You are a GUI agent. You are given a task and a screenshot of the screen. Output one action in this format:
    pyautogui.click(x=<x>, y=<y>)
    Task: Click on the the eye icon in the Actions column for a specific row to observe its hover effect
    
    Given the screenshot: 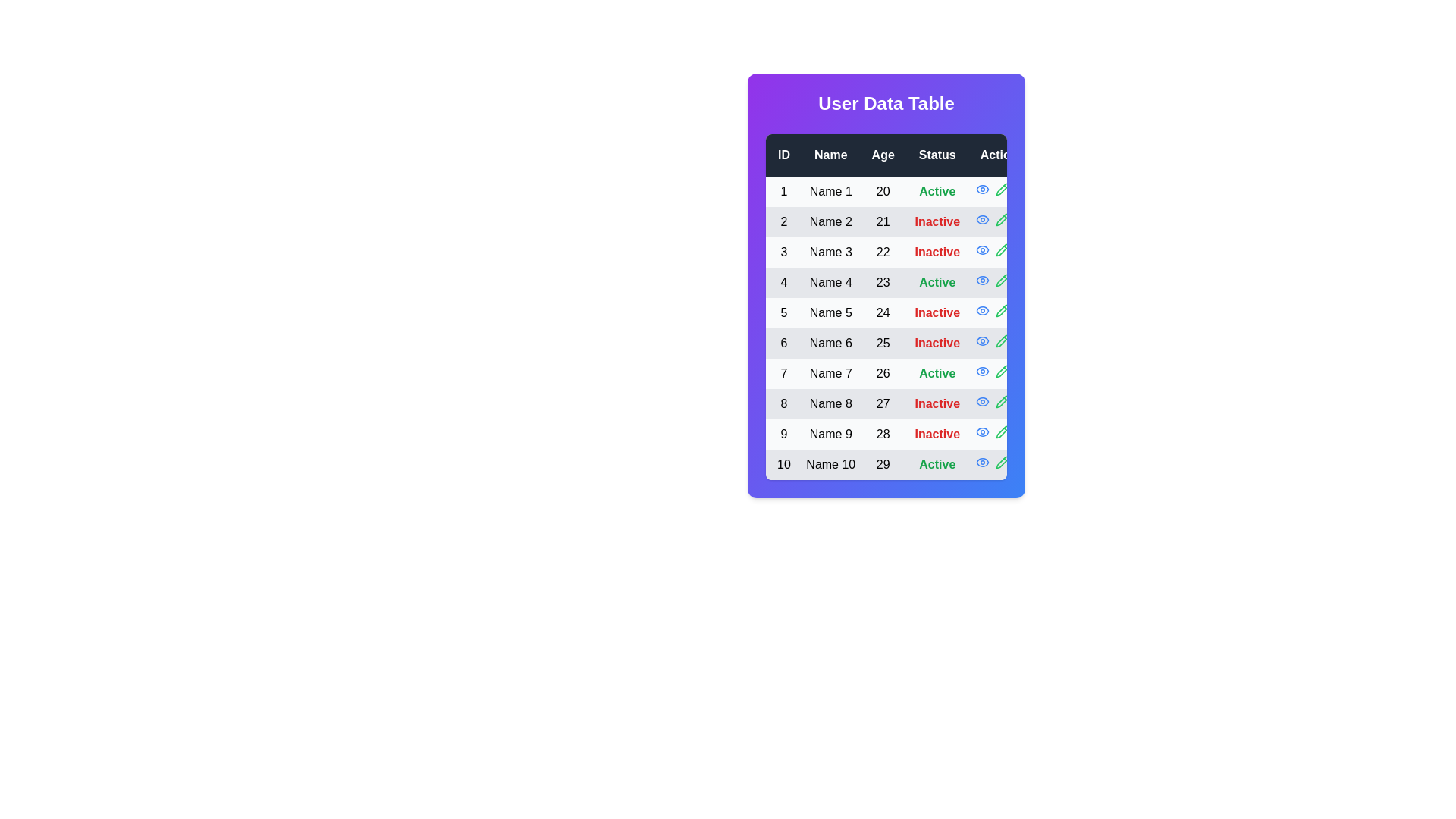 What is the action you would take?
    pyautogui.click(x=983, y=189)
    